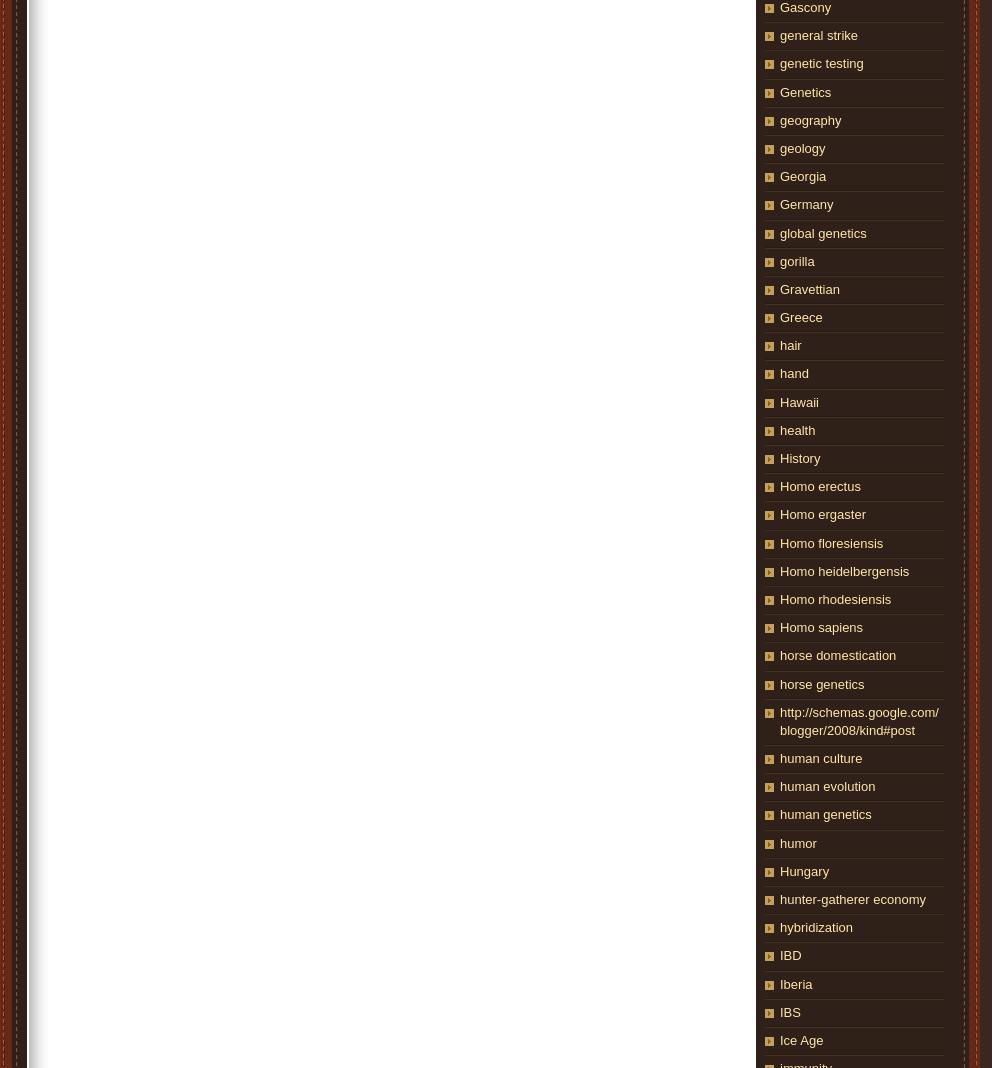  I want to click on 'Greece', so click(801, 316).